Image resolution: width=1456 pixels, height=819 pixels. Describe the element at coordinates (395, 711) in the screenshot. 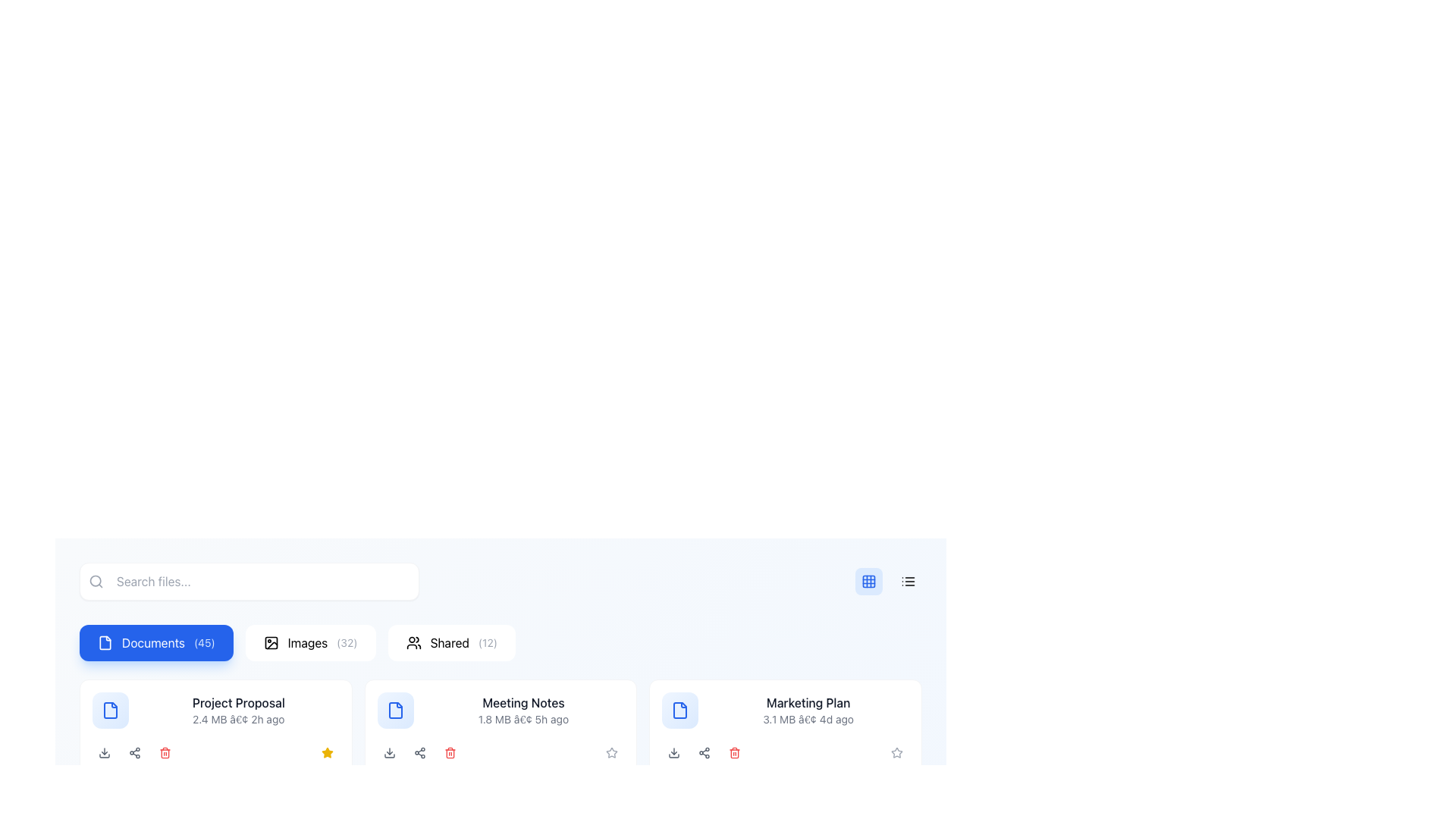

I see `the file icon representing a document located at the center of the second card in a row of file cards to initiate an action related to the document` at that location.